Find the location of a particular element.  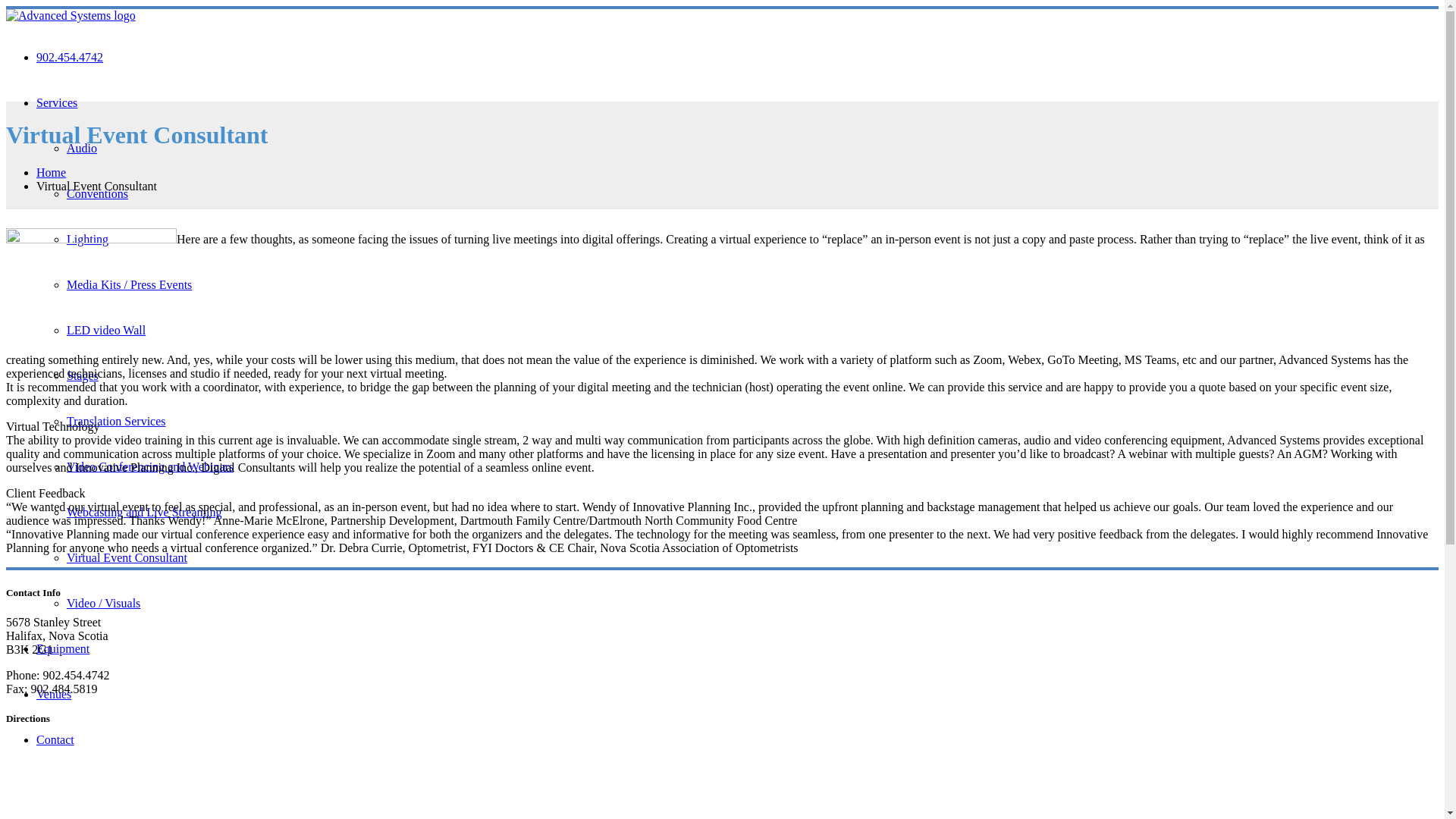

'902.454.4742' is located at coordinates (36, 56).